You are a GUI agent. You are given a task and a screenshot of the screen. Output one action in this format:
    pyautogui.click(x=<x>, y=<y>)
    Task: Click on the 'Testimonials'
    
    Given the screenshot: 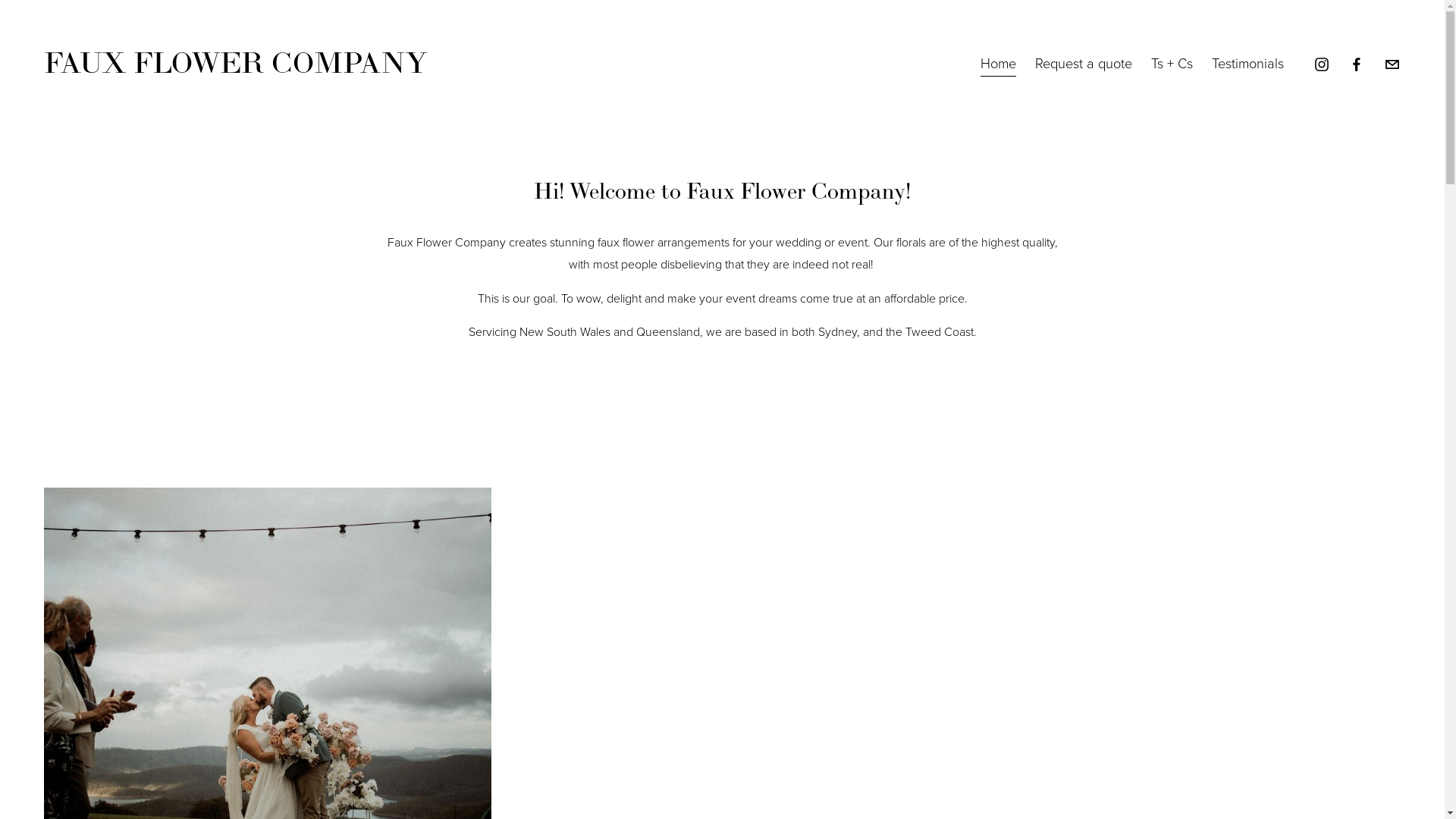 What is the action you would take?
    pyautogui.click(x=1247, y=64)
    